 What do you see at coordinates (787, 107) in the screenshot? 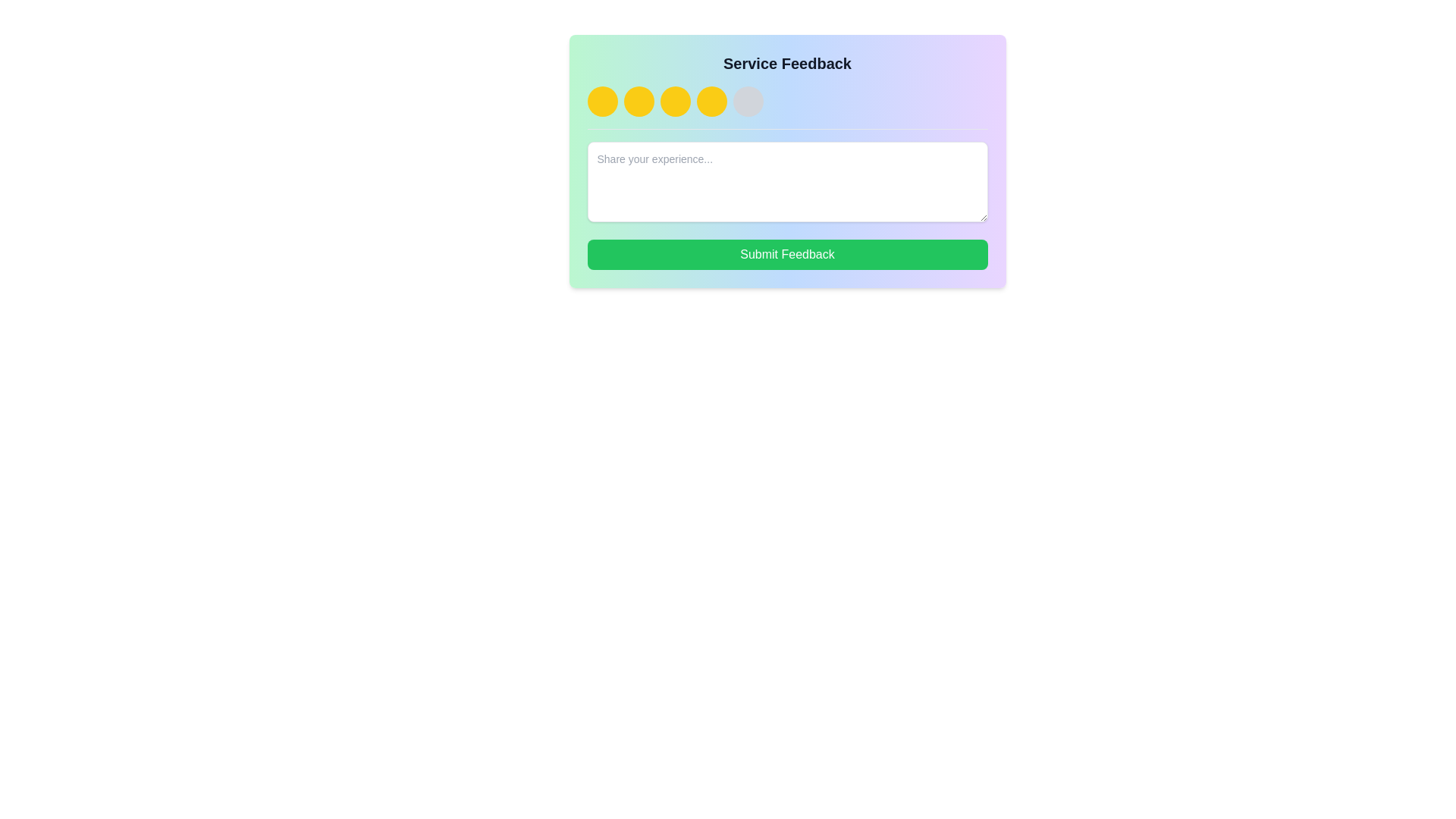
I see `across the rating circles located beneath the 'Service Feedback' header` at bounding box center [787, 107].